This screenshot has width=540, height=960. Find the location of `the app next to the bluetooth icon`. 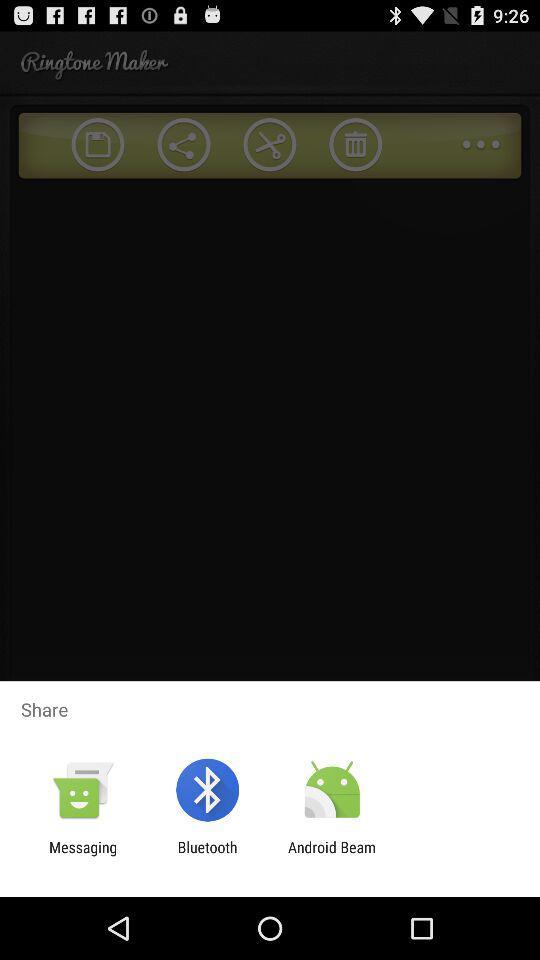

the app next to the bluetooth icon is located at coordinates (332, 855).